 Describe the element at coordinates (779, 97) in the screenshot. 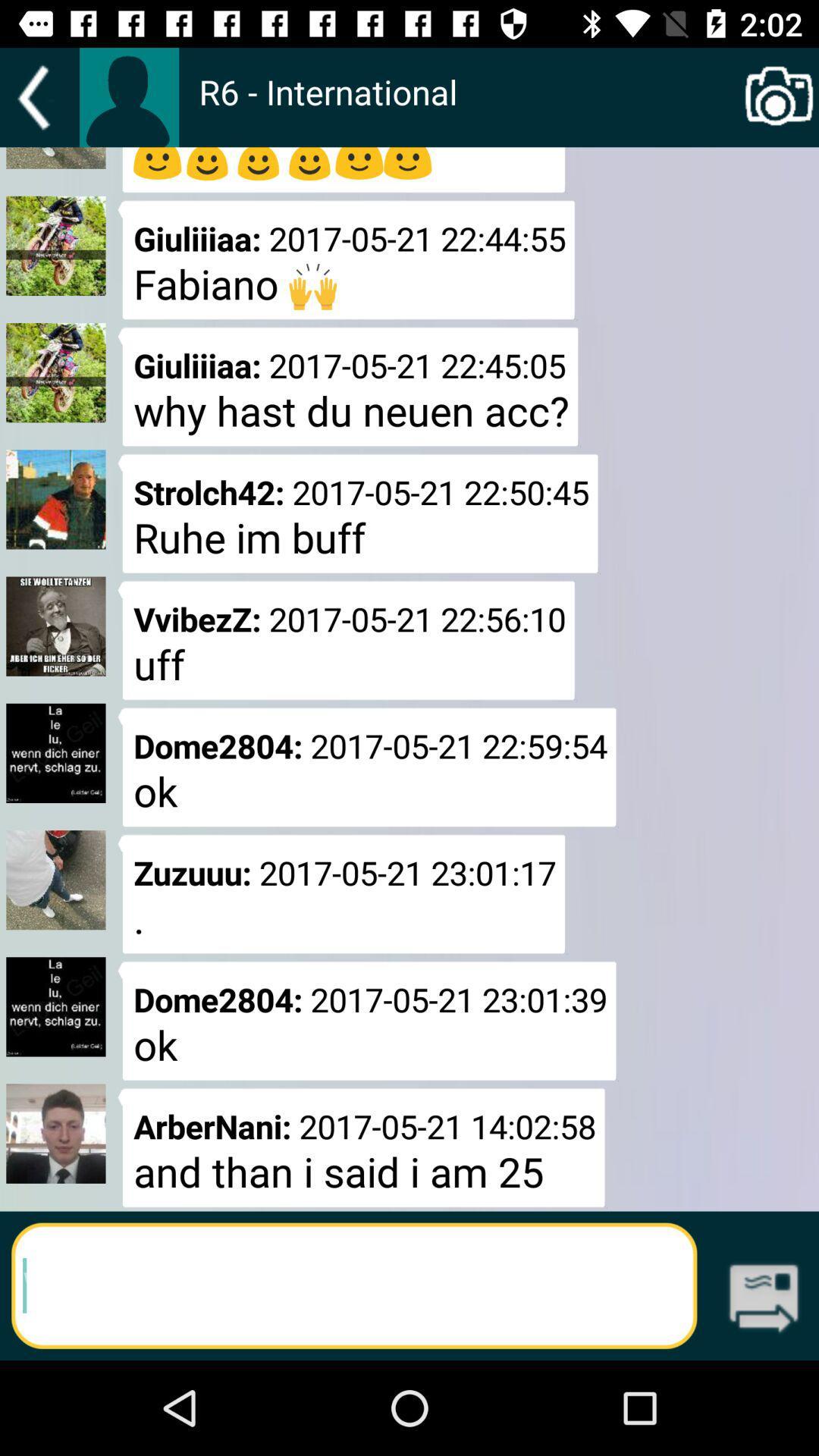

I see `the item to the right of r6 - international app` at that location.